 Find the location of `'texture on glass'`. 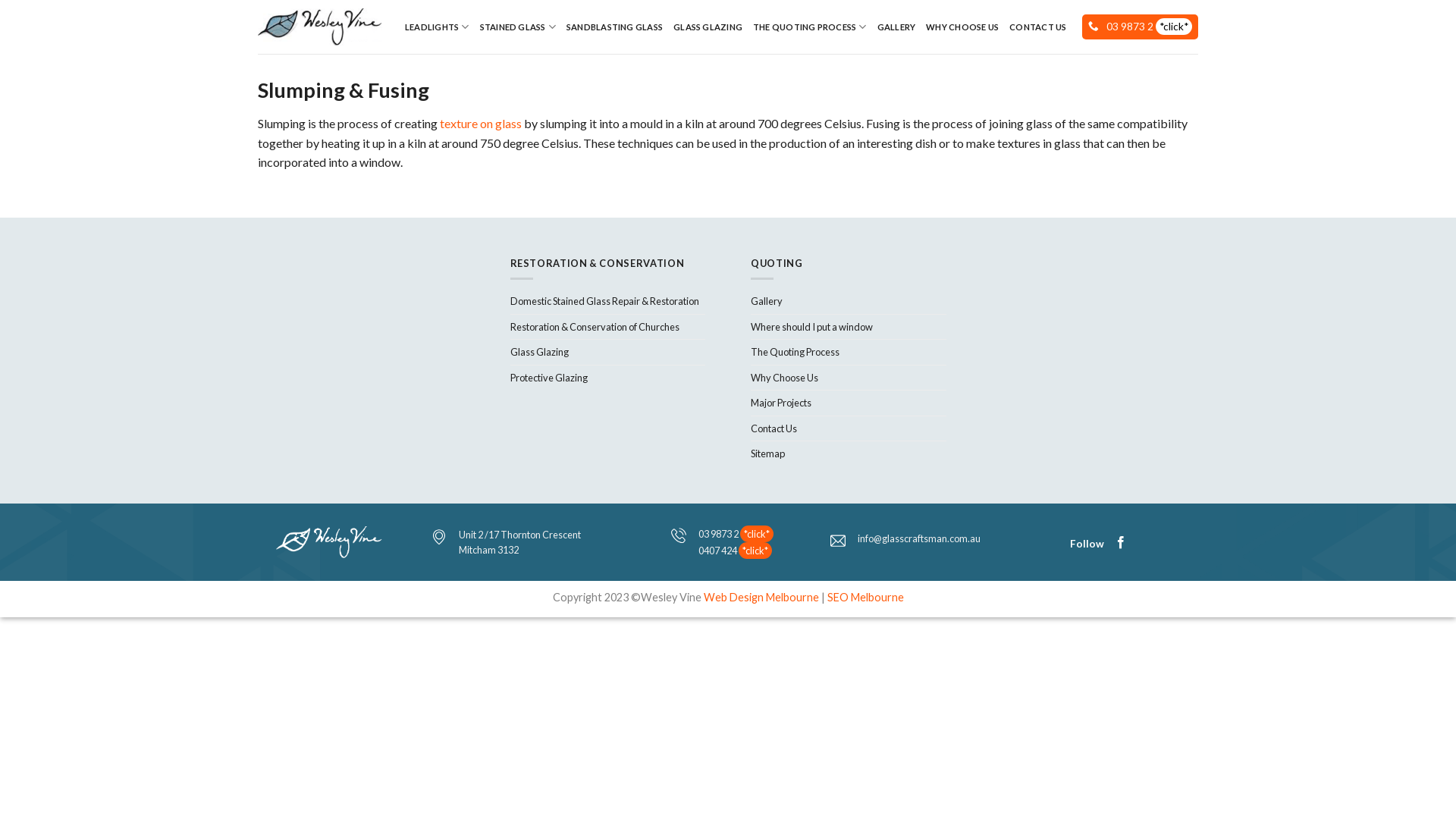

'texture on glass' is located at coordinates (479, 122).